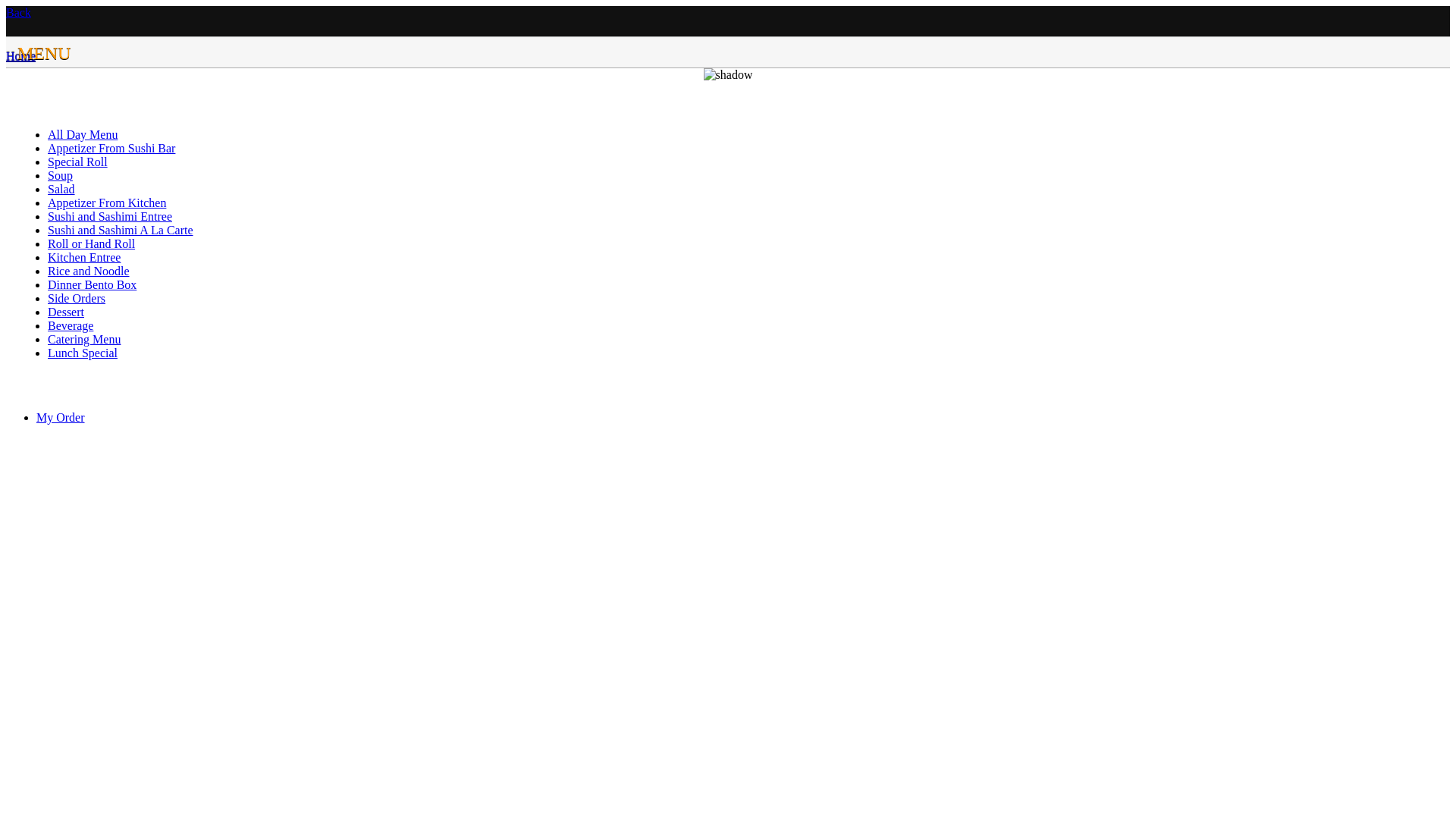 This screenshot has height=819, width=1456. What do you see at coordinates (69, 325) in the screenshot?
I see `'Beverage'` at bounding box center [69, 325].